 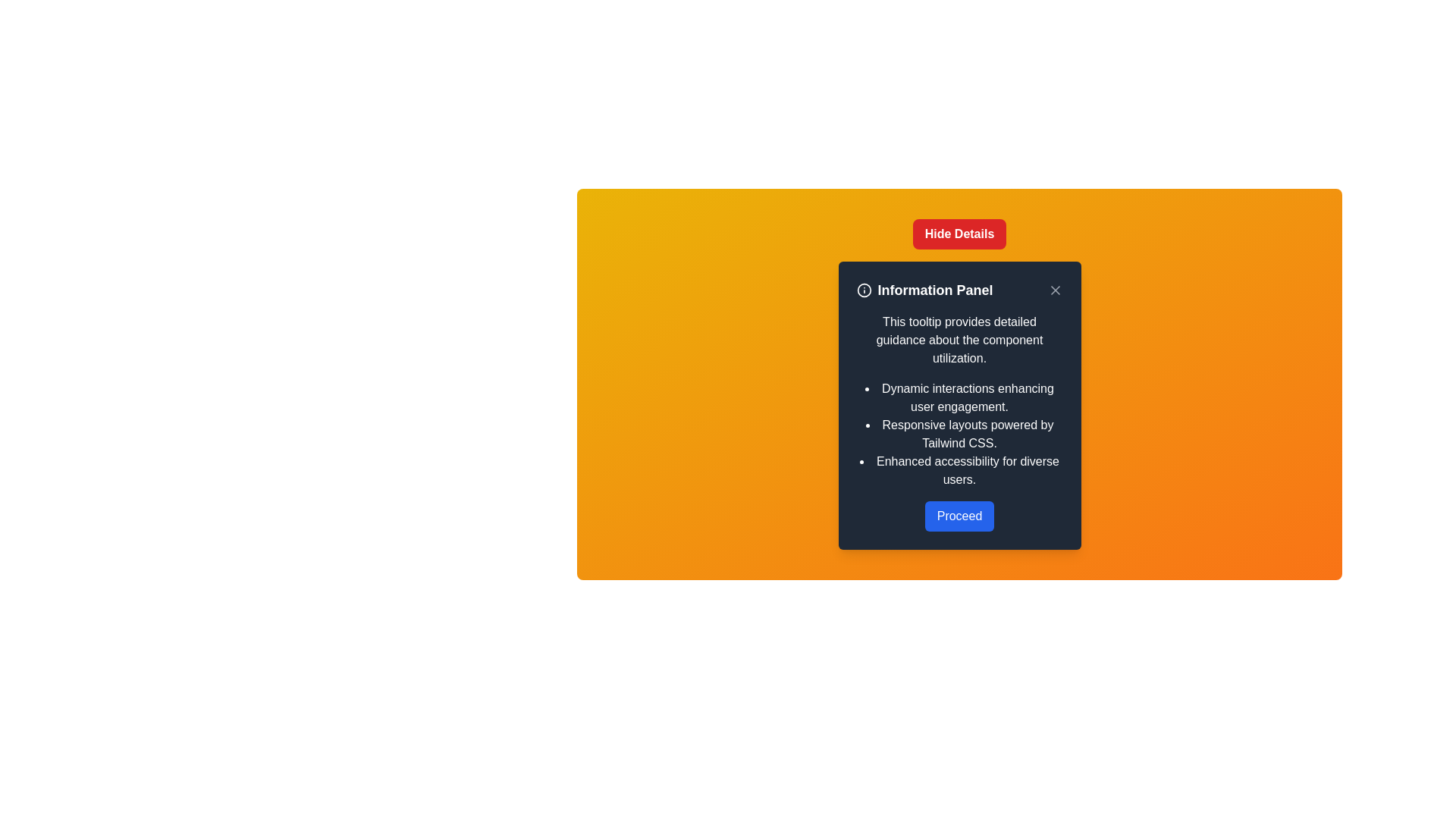 What do you see at coordinates (959, 470) in the screenshot?
I see `the third bullet point in the list that states 'Enhanced accessibility for diverse users.', which is styled in white text on a dark background and positioned between 'Responsive layouts powered by Tailwind CSS.' and the 'Proceed' button` at bounding box center [959, 470].